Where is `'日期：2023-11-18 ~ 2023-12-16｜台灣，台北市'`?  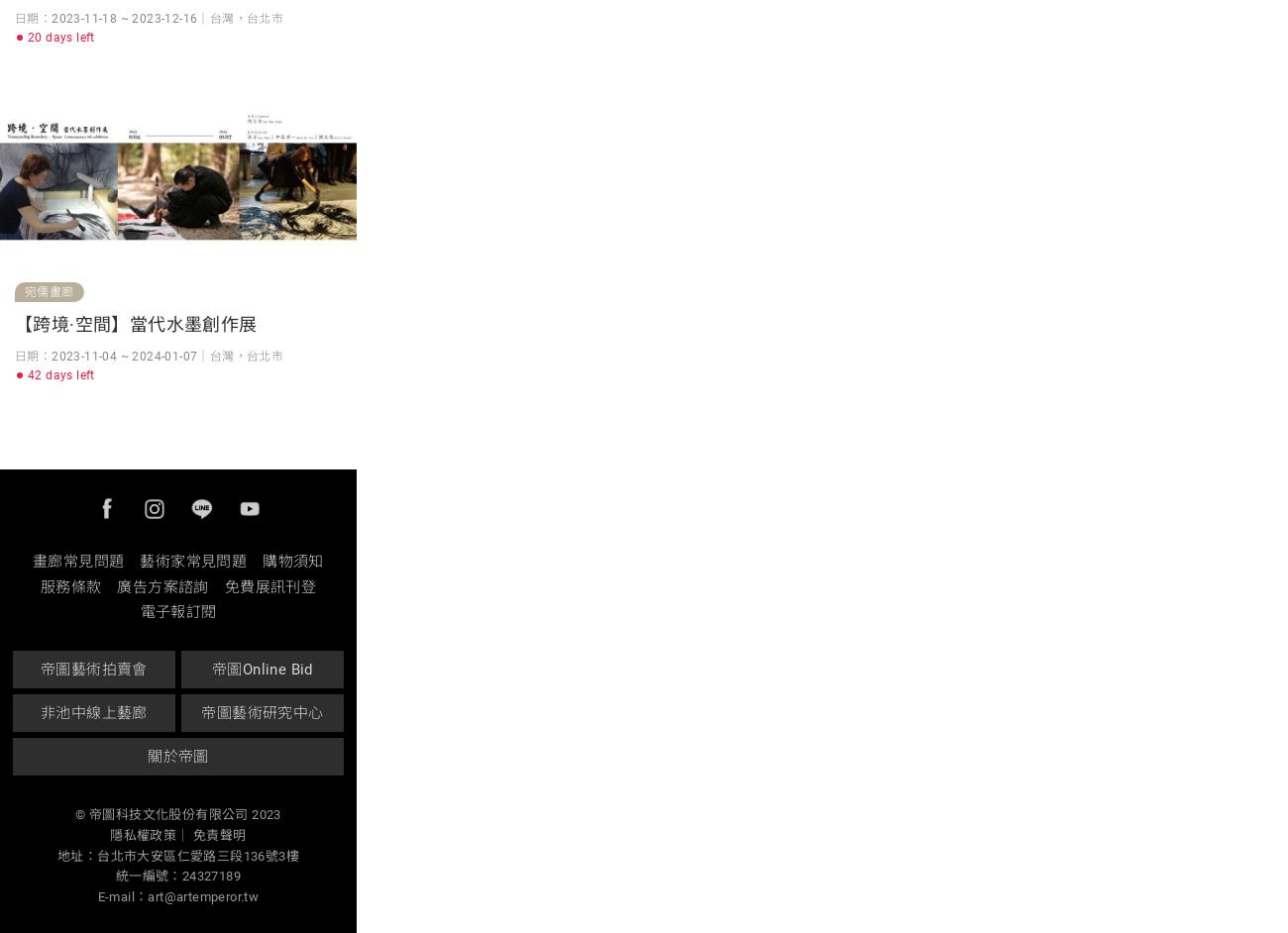
'日期：2023-11-18 ~ 2023-12-16｜台灣，台北市' is located at coordinates (148, 17).